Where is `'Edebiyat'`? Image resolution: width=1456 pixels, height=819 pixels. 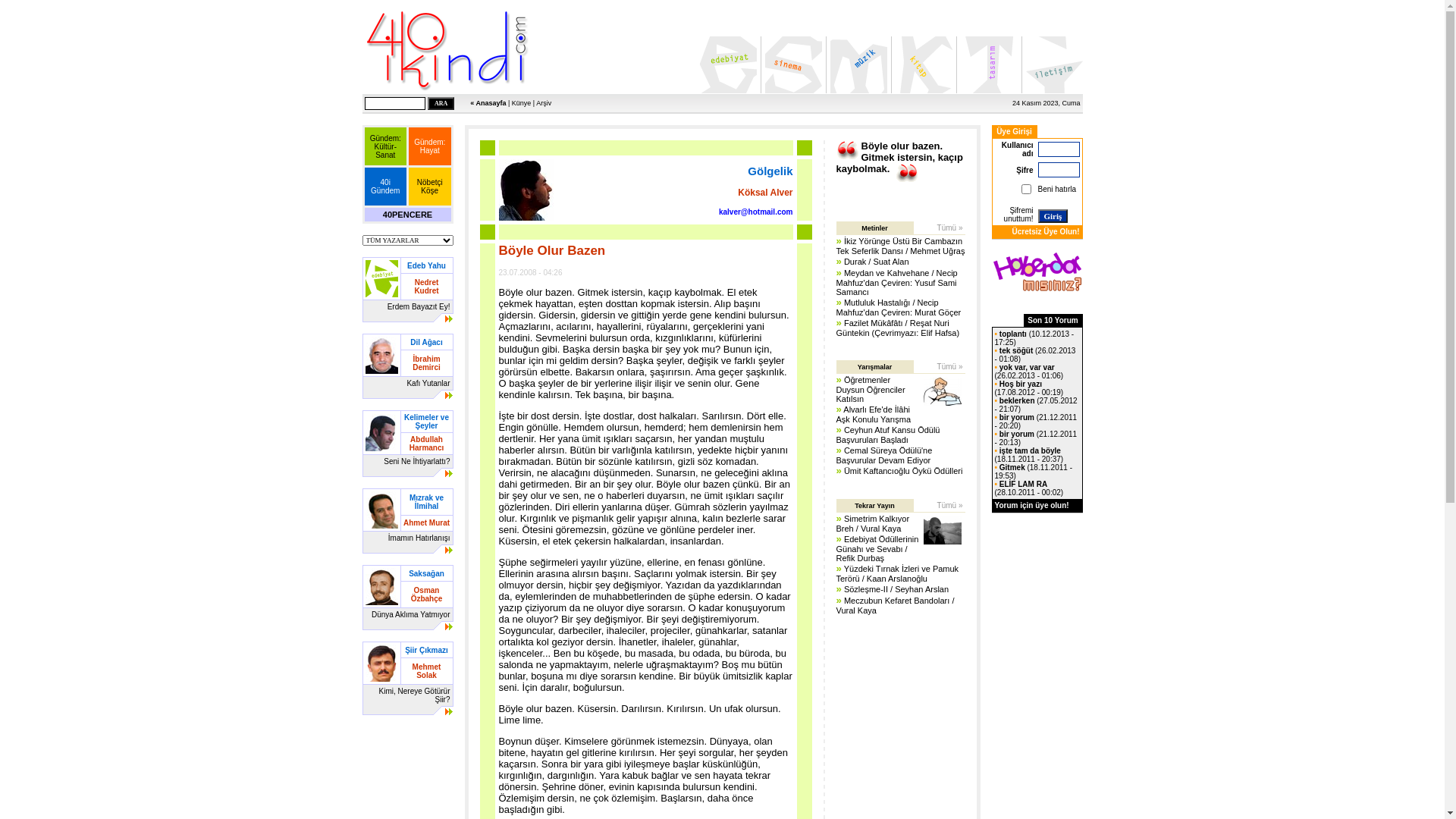
'Edebiyat' is located at coordinates (726, 64).